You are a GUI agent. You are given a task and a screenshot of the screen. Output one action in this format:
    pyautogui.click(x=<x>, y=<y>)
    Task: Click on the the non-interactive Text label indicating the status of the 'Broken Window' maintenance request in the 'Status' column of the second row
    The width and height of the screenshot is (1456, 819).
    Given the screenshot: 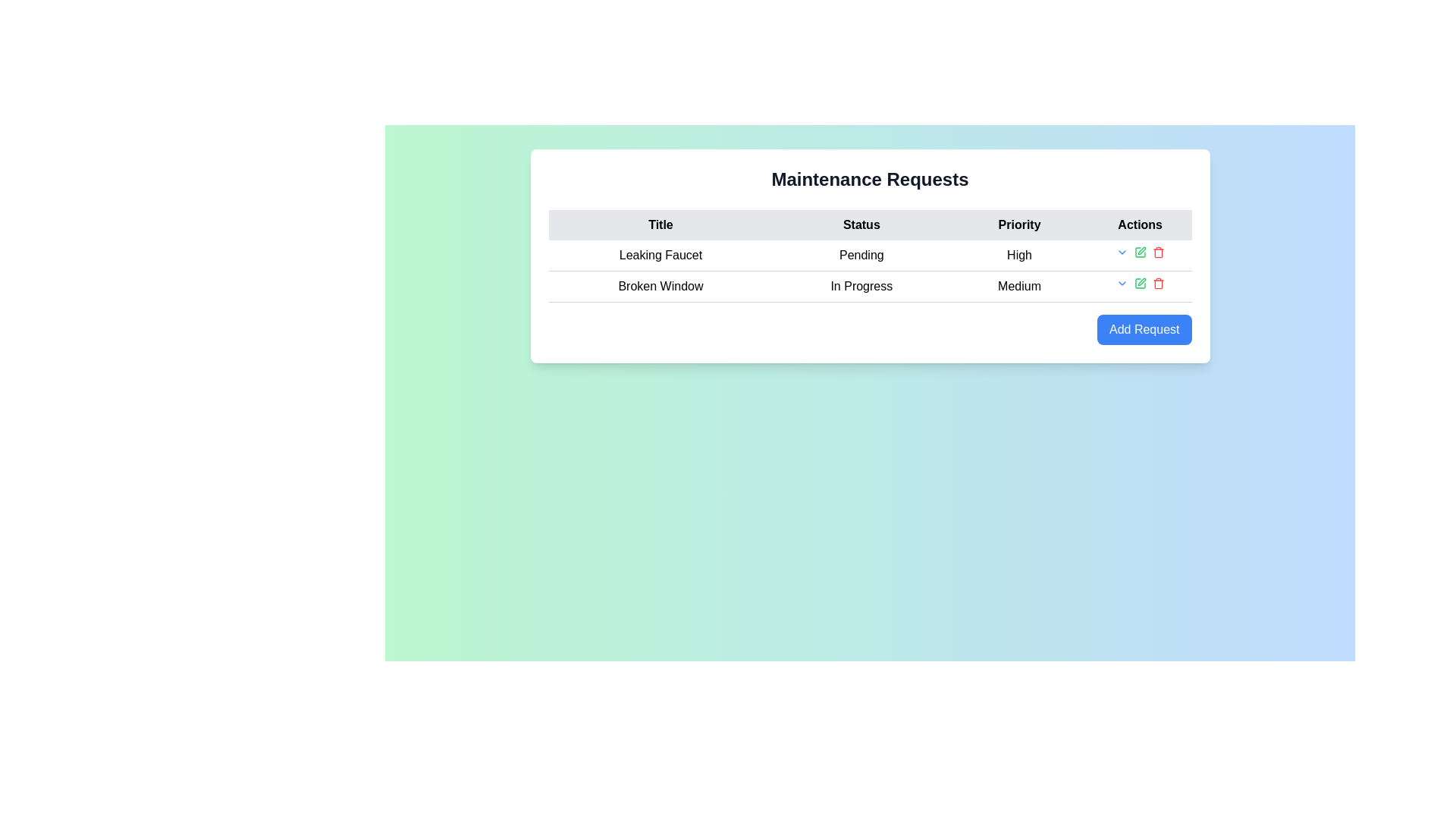 What is the action you would take?
    pyautogui.click(x=861, y=287)
    